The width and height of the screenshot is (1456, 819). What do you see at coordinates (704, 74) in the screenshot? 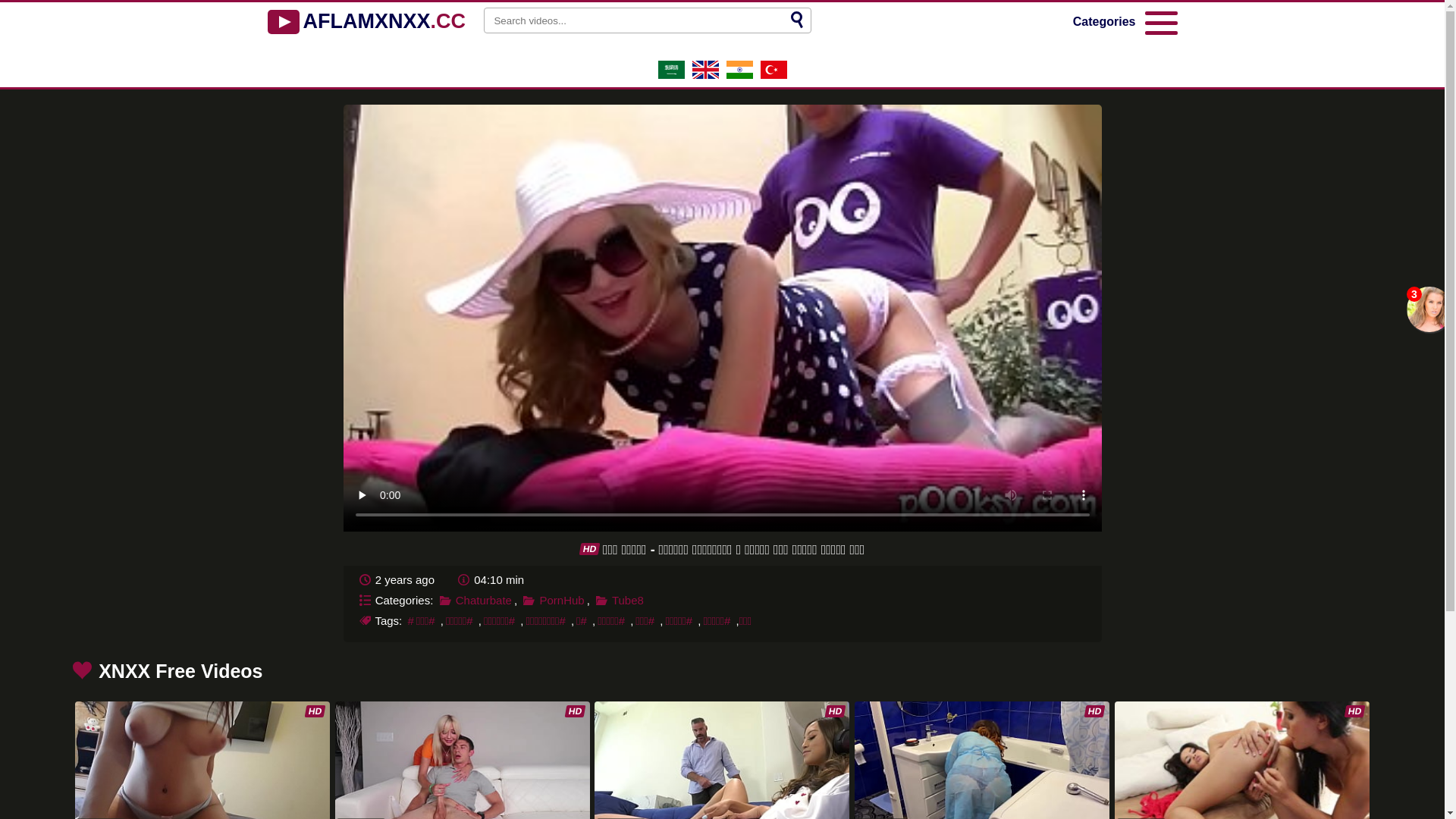
I see `'EN'` at bounding box center [704, 74].